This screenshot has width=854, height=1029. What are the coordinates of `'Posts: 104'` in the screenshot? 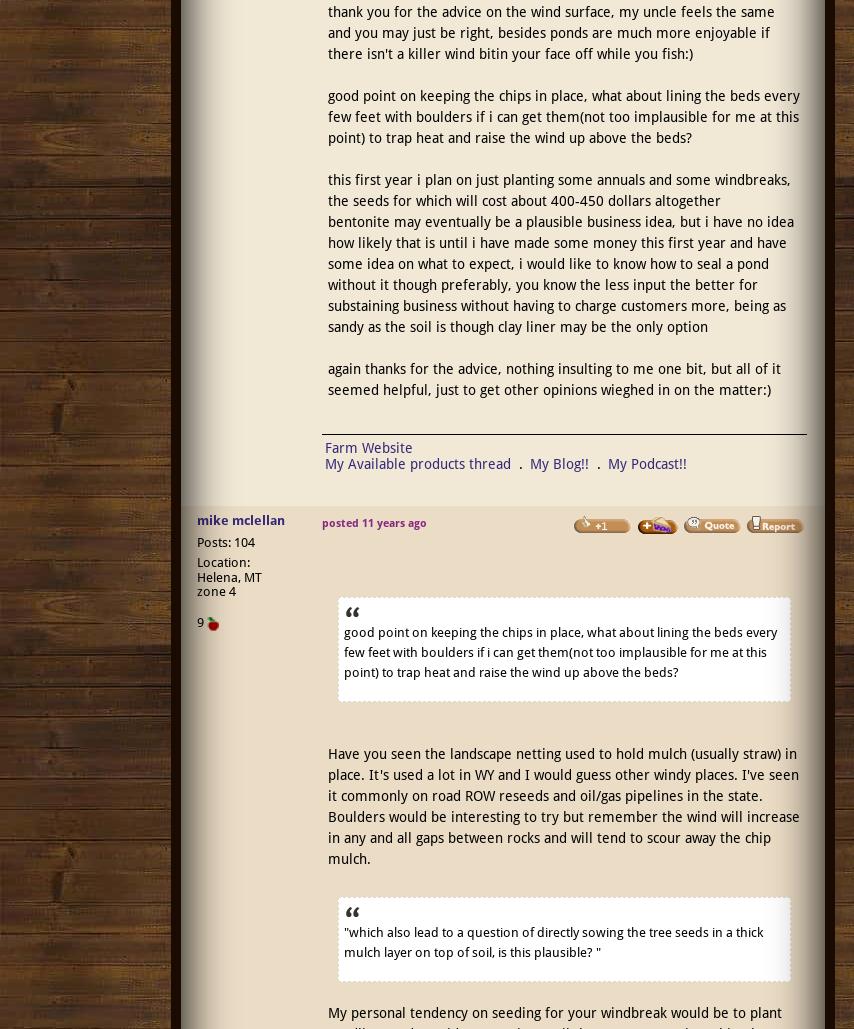 It's located at (225, 541).